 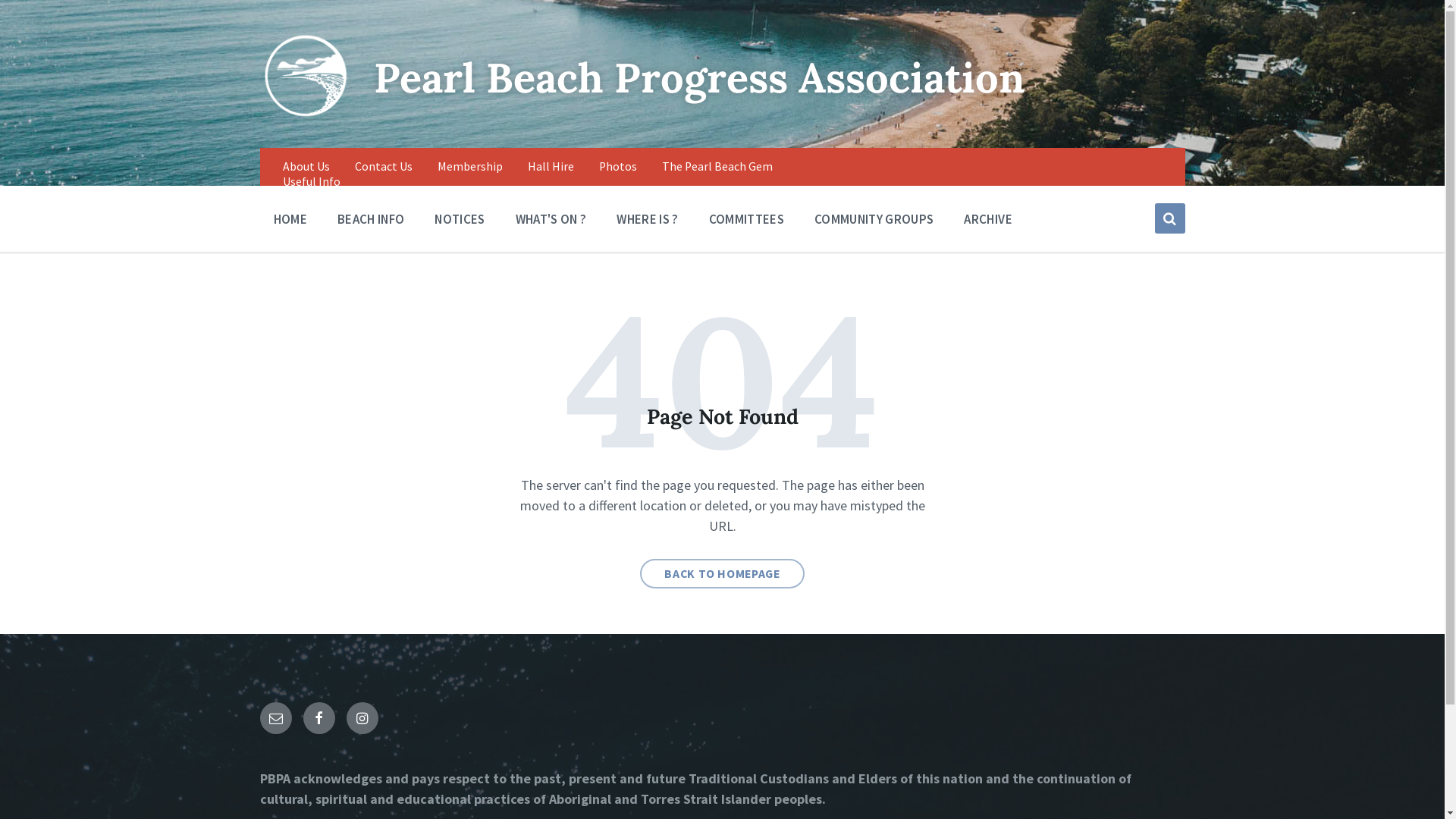 What do you see at coordinates (360, 717) in the screenshot?
I see `'Instagram'` at bounding box center [360, 717].